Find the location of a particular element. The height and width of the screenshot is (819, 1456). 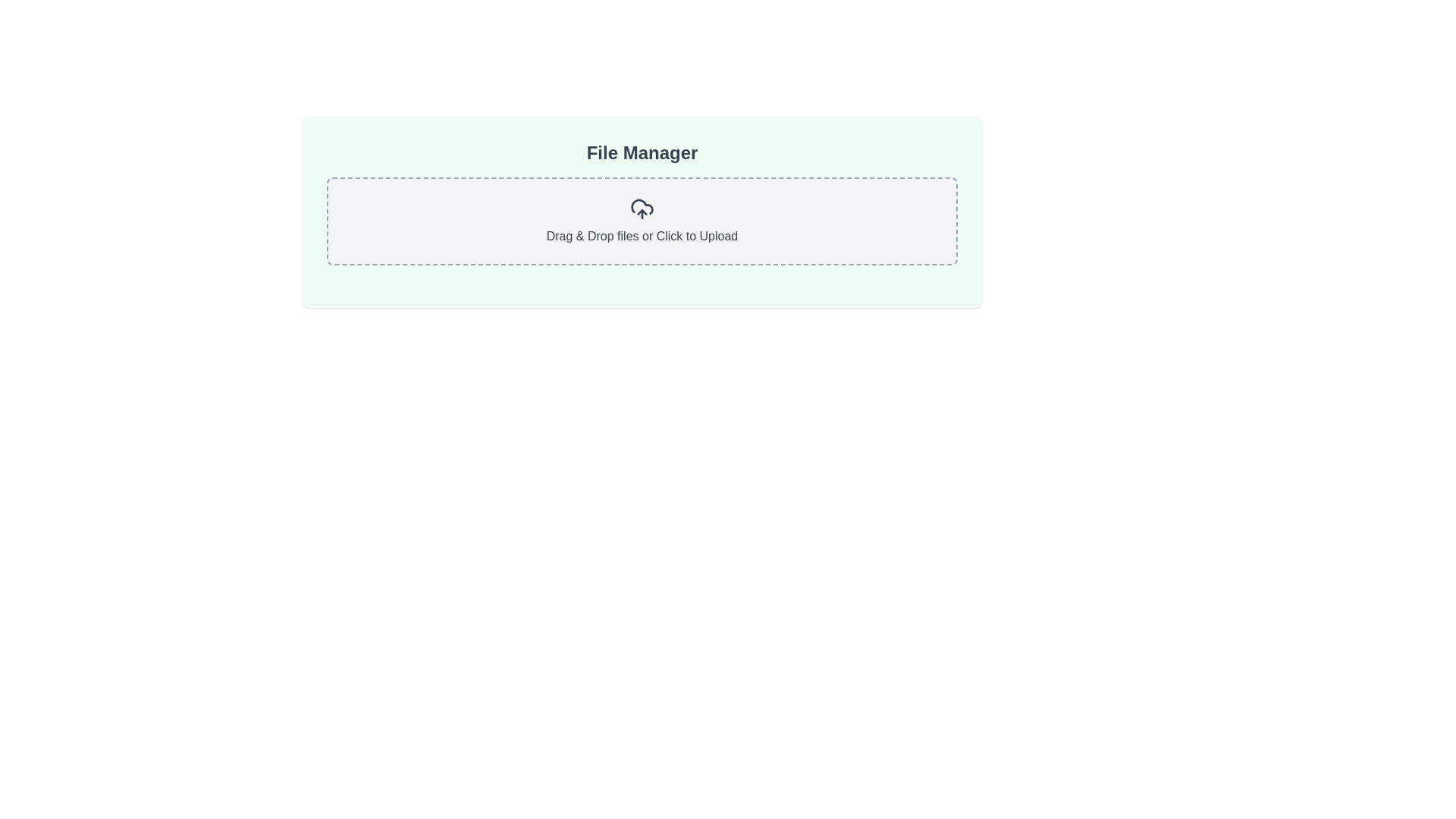

the File upload area located beneath the heading 'File Manager', characterized by its dashed borders and light gray background, which includes a cloud upload icon and the text 'Drag & Drop files or Click to Upload' is located at coordinates (642, 221).